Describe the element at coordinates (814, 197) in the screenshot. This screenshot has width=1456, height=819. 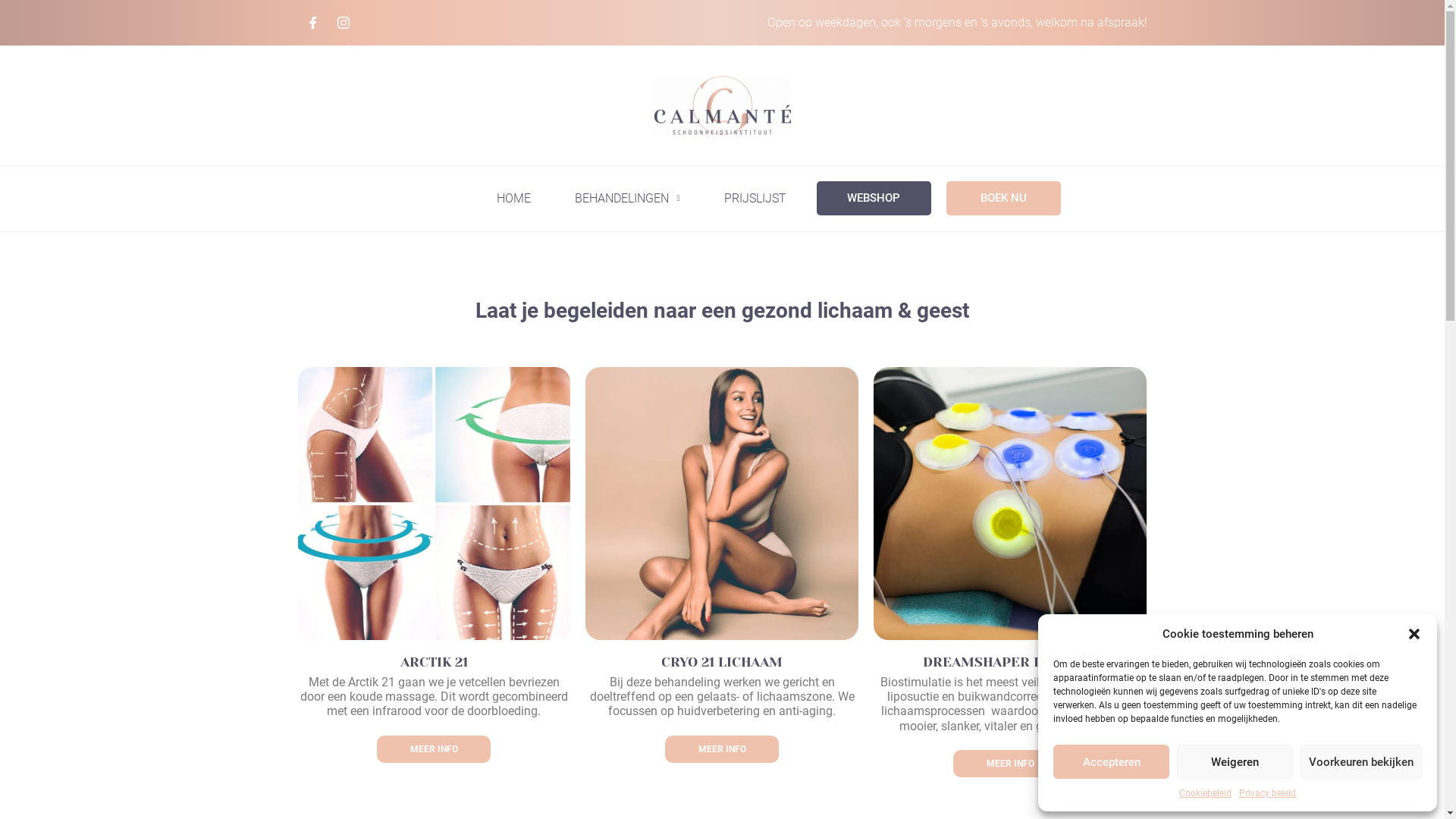
I see `'WEBSHOP'` at that location.